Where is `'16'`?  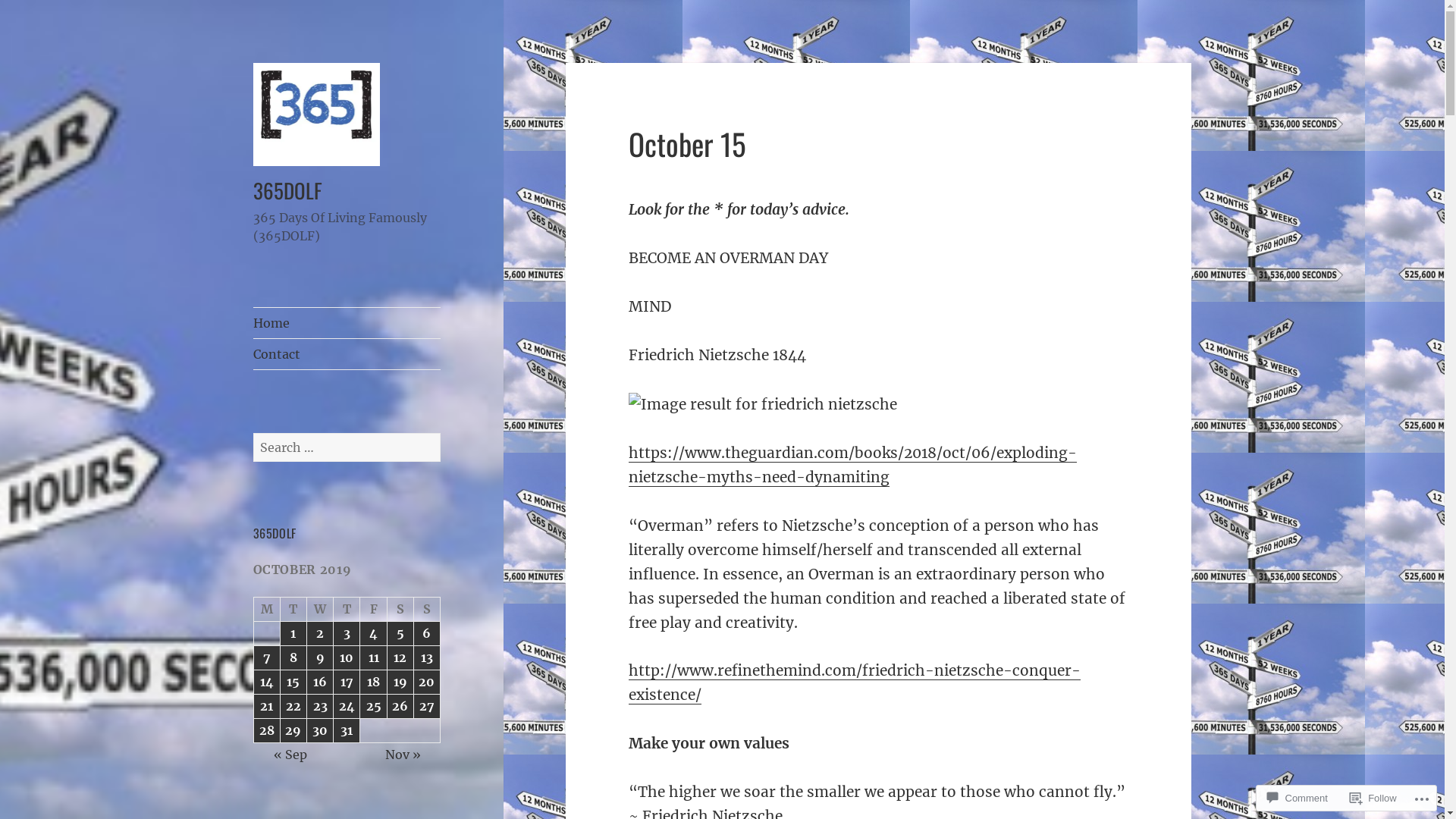 '16' is located at coordinates (319, 681).